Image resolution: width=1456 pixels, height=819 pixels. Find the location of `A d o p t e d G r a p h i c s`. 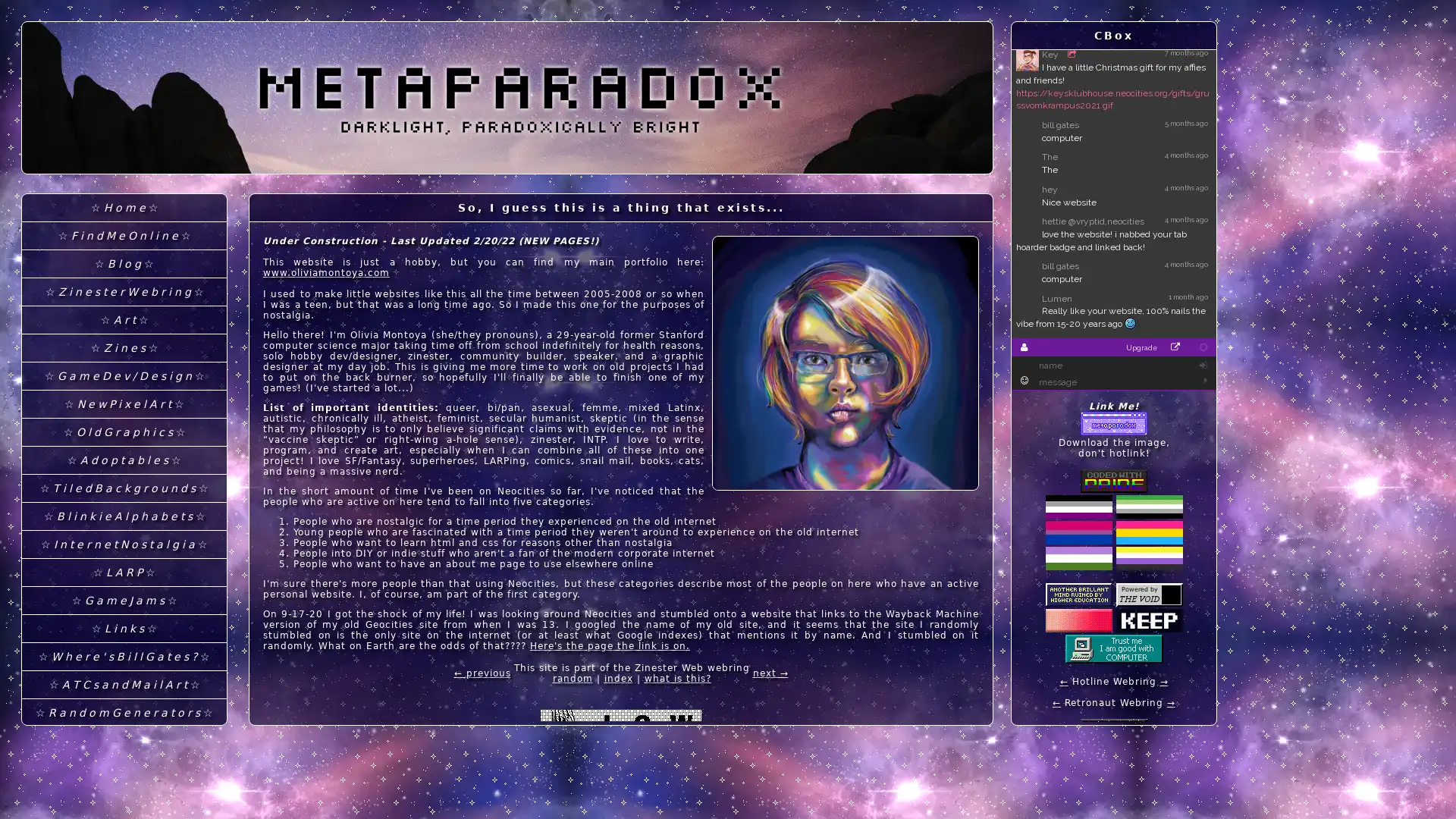

A d o p t e d G r a p h i c s is located at coordinates (124, 769).